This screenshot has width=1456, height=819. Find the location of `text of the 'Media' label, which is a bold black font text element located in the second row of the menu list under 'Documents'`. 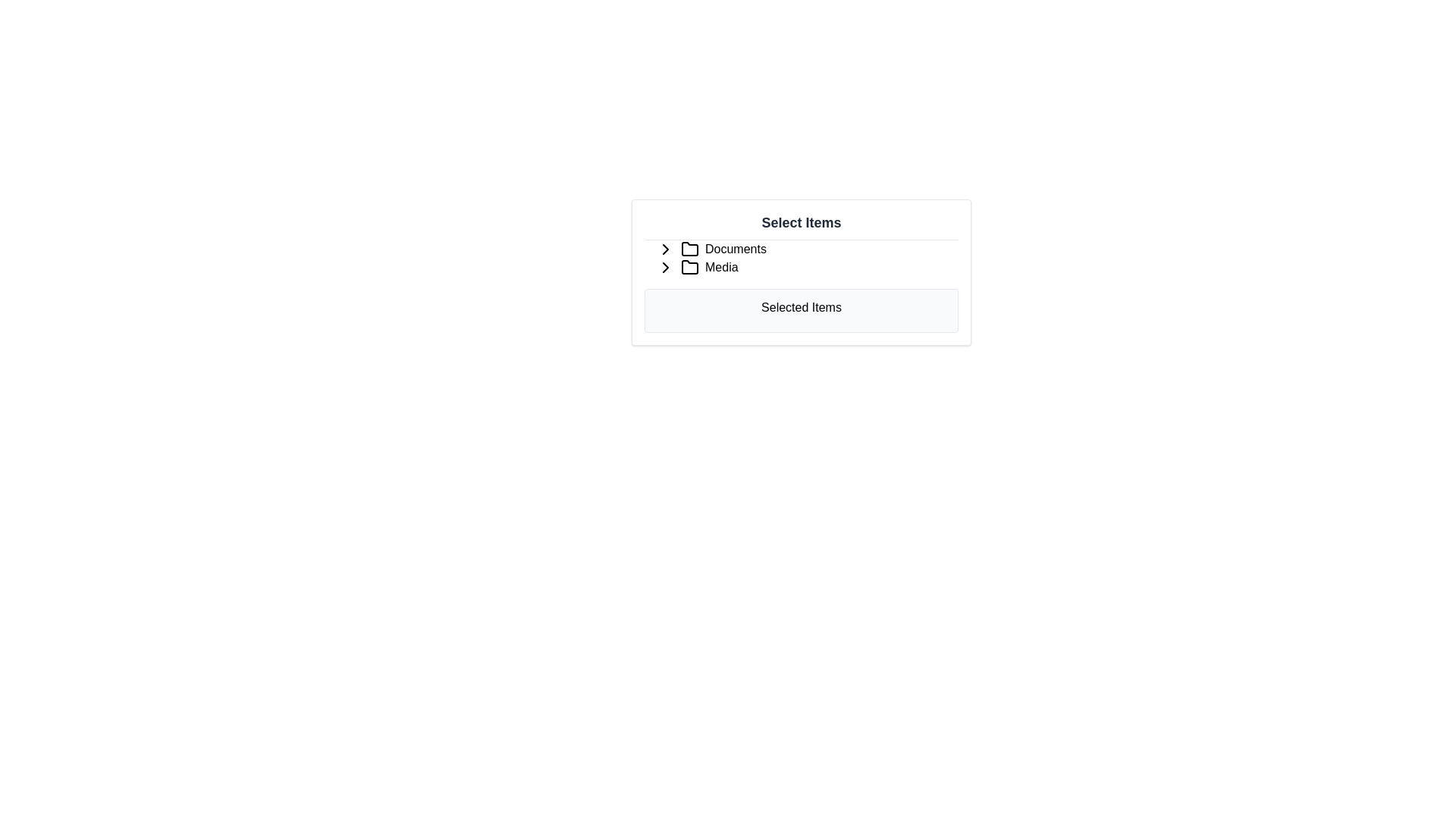

text of the 'Media' label, which is a bold black font text element located in the second row of the menu list under 'Documents' is located at coordinates (720, 267).